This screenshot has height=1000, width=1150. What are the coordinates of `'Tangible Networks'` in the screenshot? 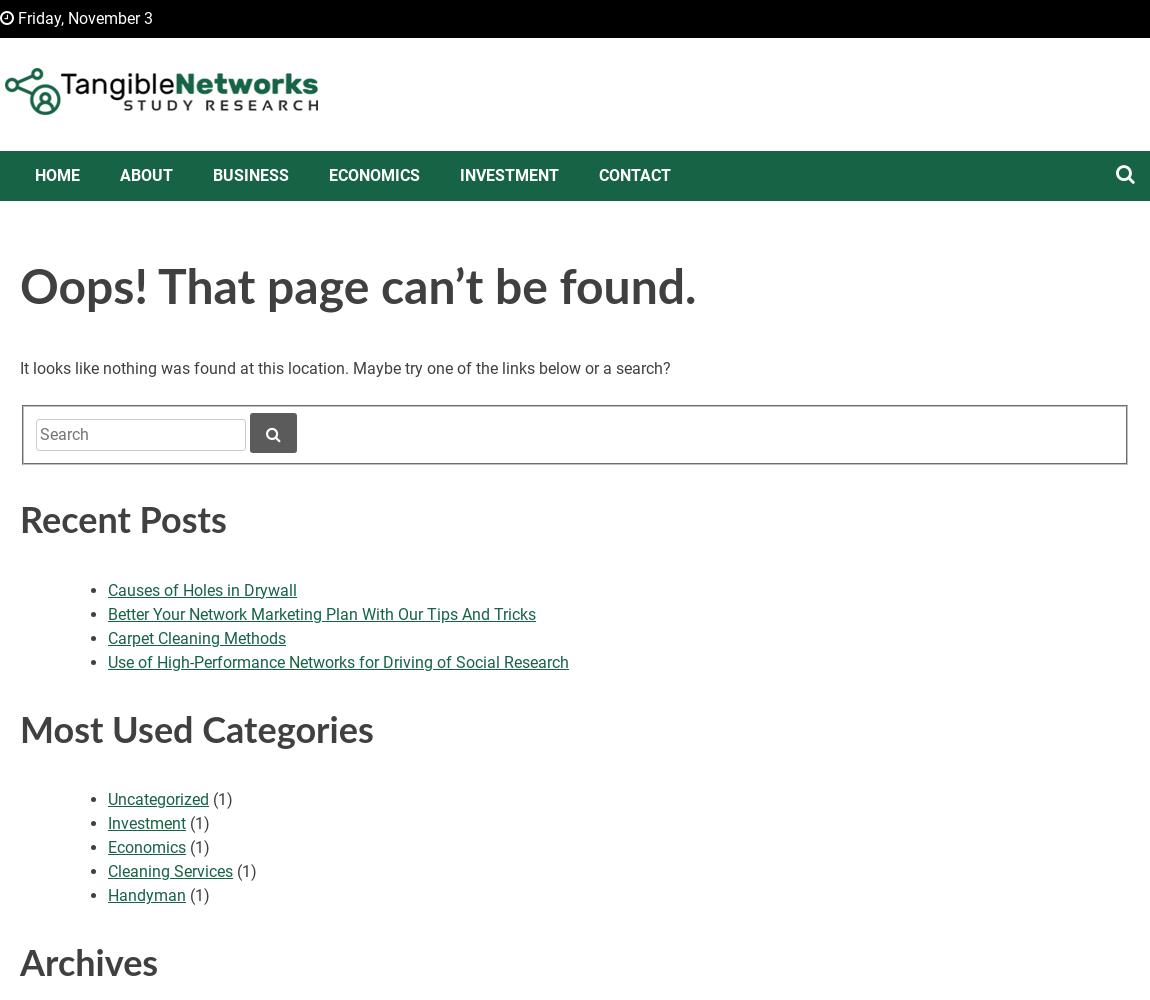 It's located at (164, 156).